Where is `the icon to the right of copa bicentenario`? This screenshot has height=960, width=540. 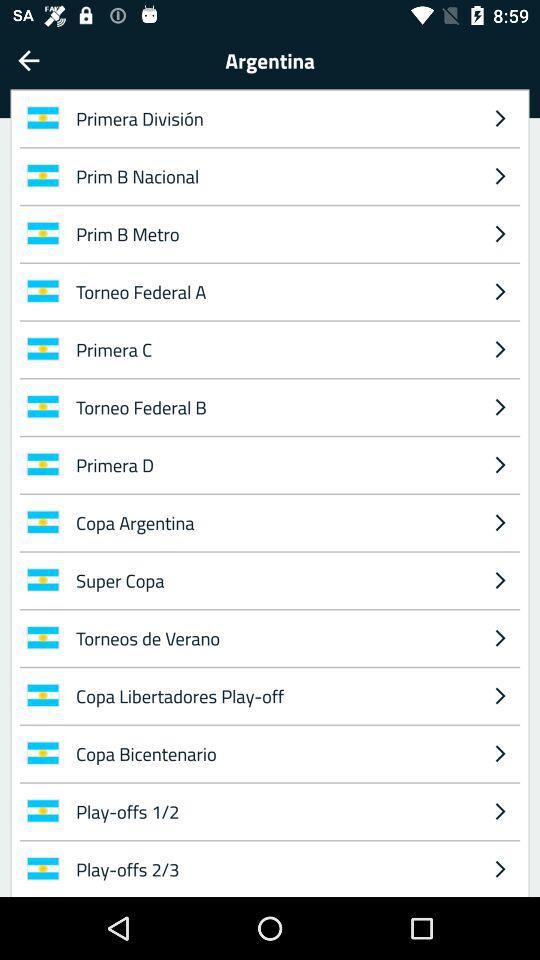
the icon to the right of copa bicentenario is located at coordinates (499, 811).